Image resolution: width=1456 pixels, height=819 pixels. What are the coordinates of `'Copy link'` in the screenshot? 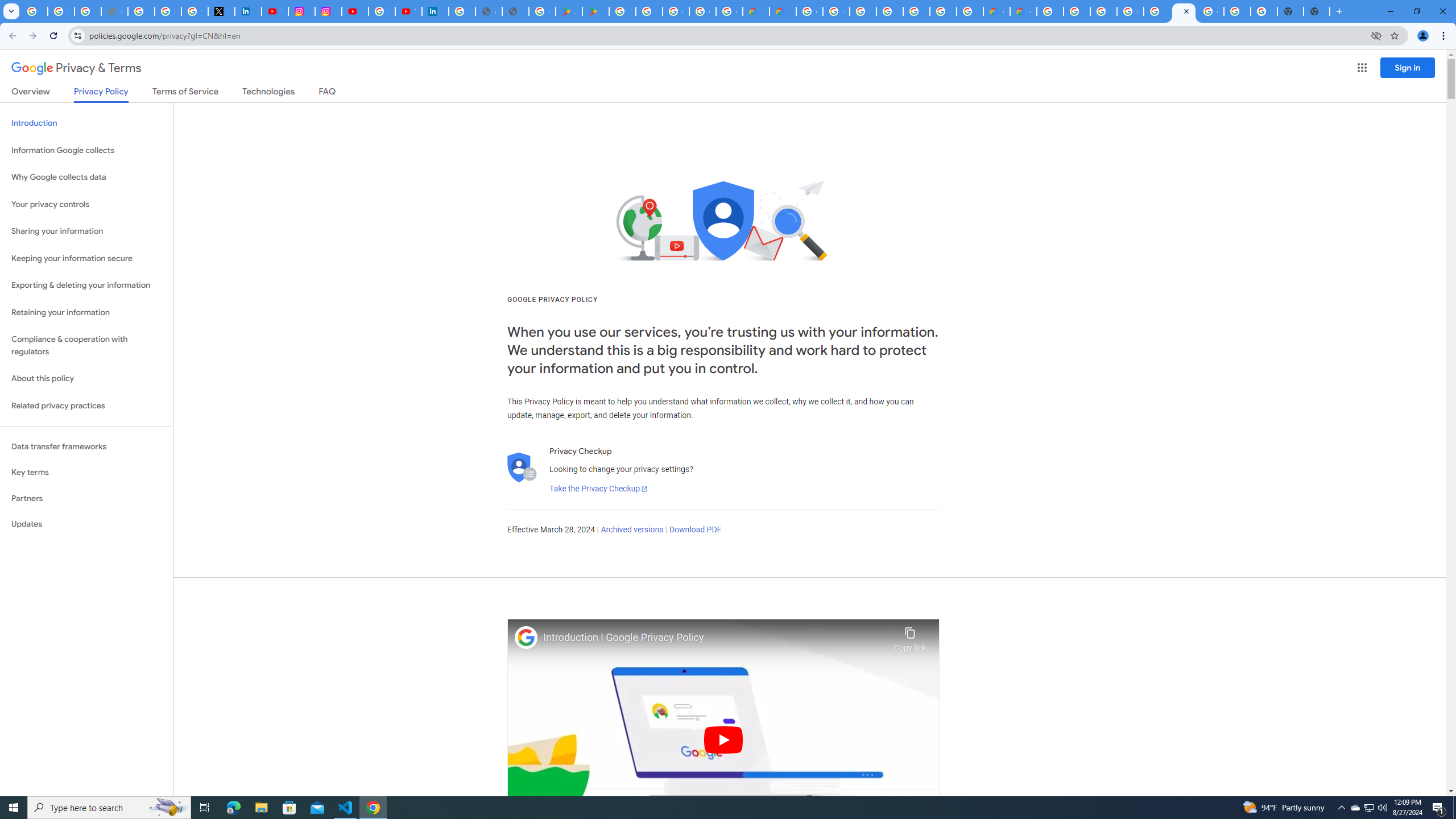 It's located at (909, 636).